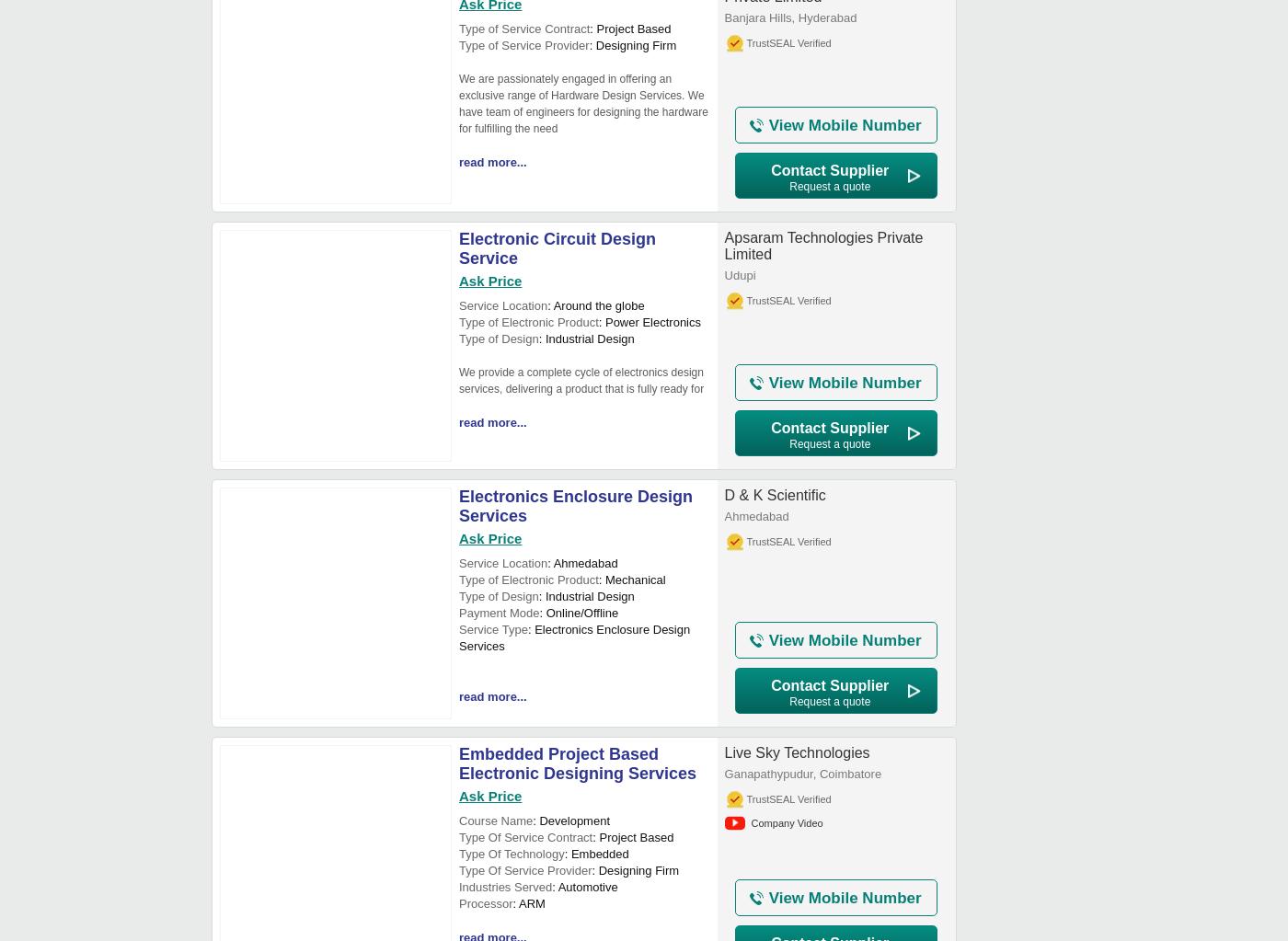  What do you see at coordinates (458, 628) in the screenshot?
I see `'Service Type'` at bounding box center [458, 628].